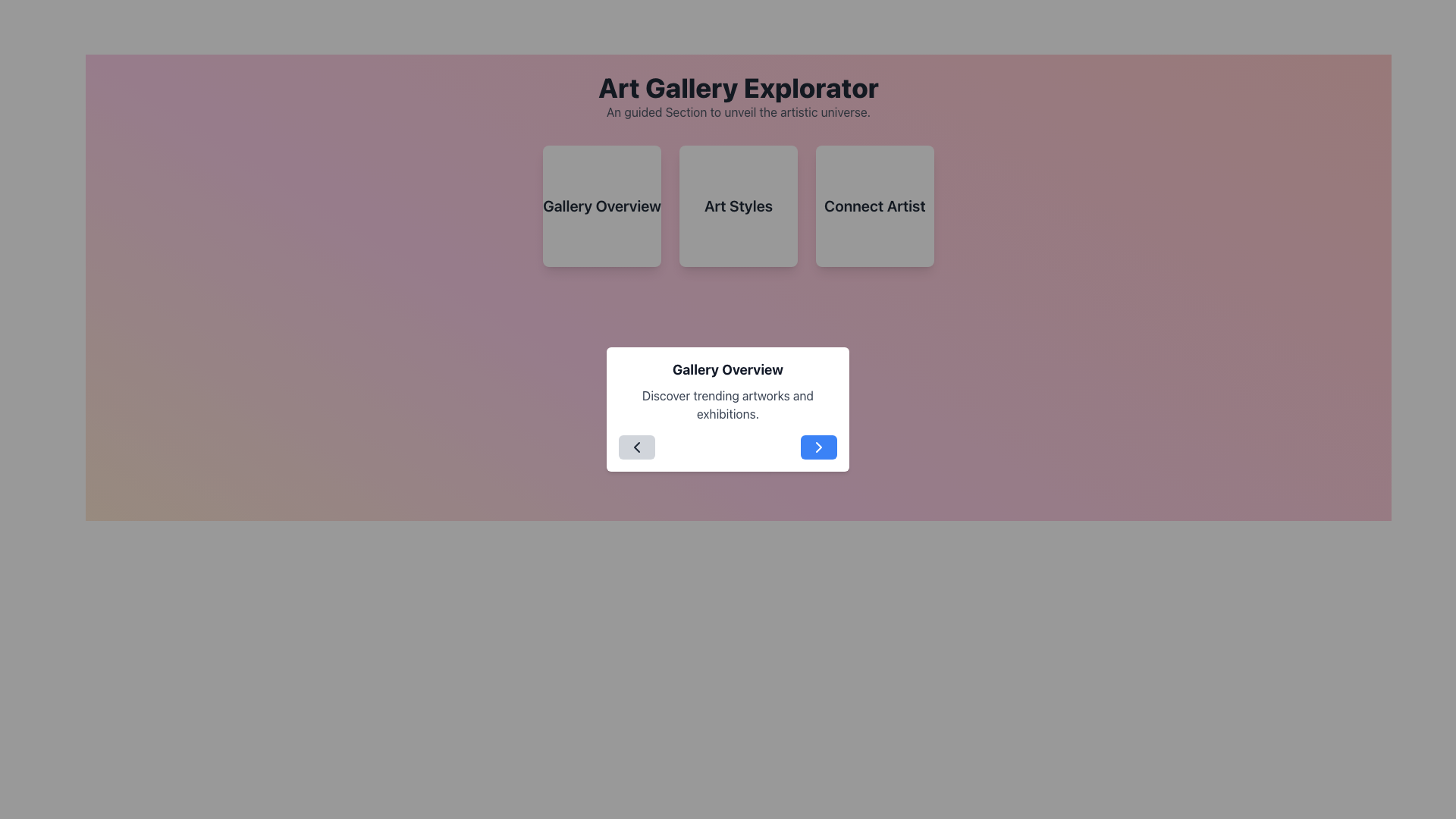 This screenshot has height=819, width=1456. Describe the element at coordinates (637, 447) in the screenshot. I see `the light gray button with rounded corners and a left-pointing chevron icon, which is the first button in a horizontal arrangement` at that location.